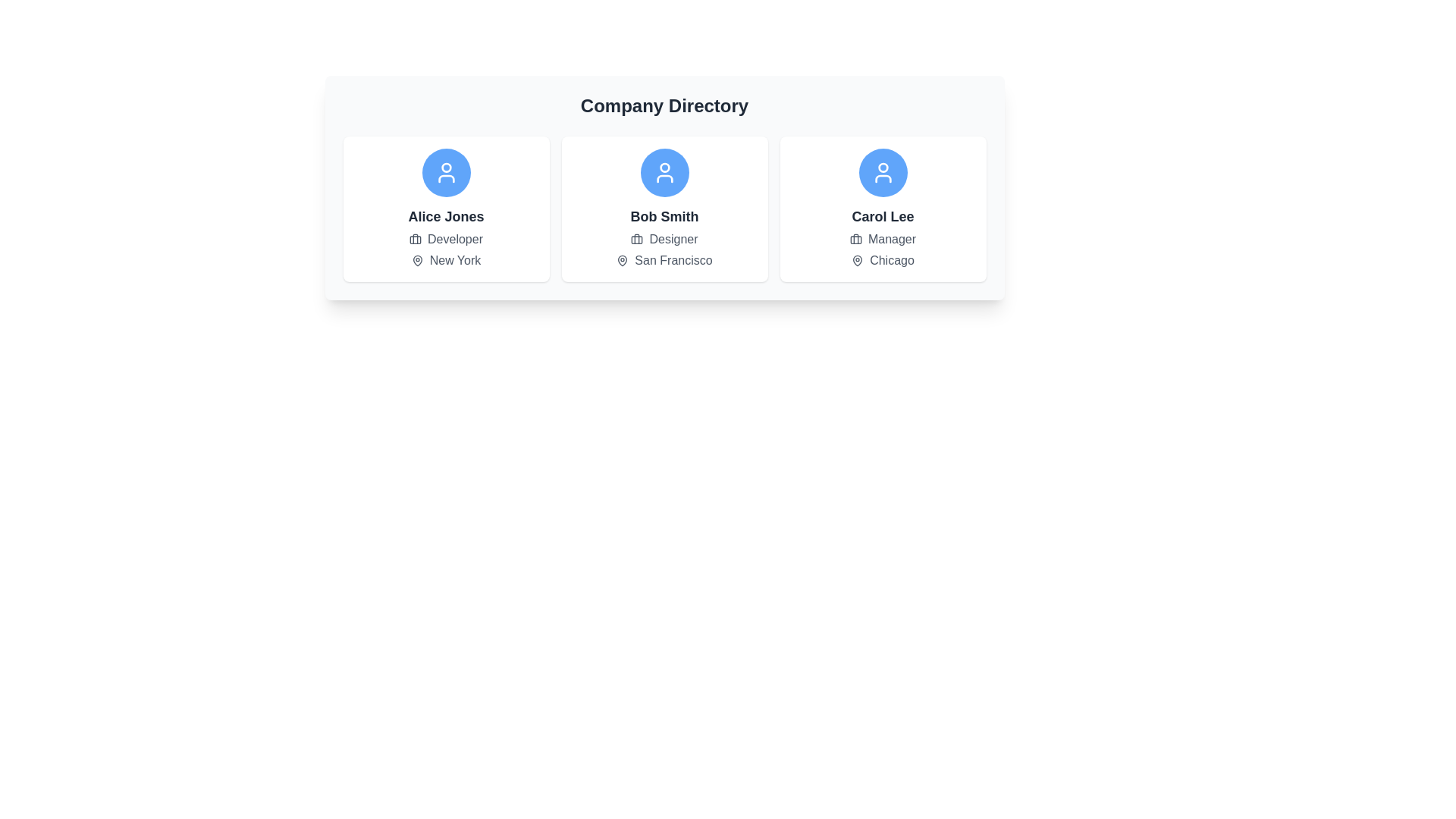  Describe the element at coordinates (623, 259) in the screenshot. I see `the map pin icon representing San Francisco, located below the city name in the central card of a three-card layout` at that location.